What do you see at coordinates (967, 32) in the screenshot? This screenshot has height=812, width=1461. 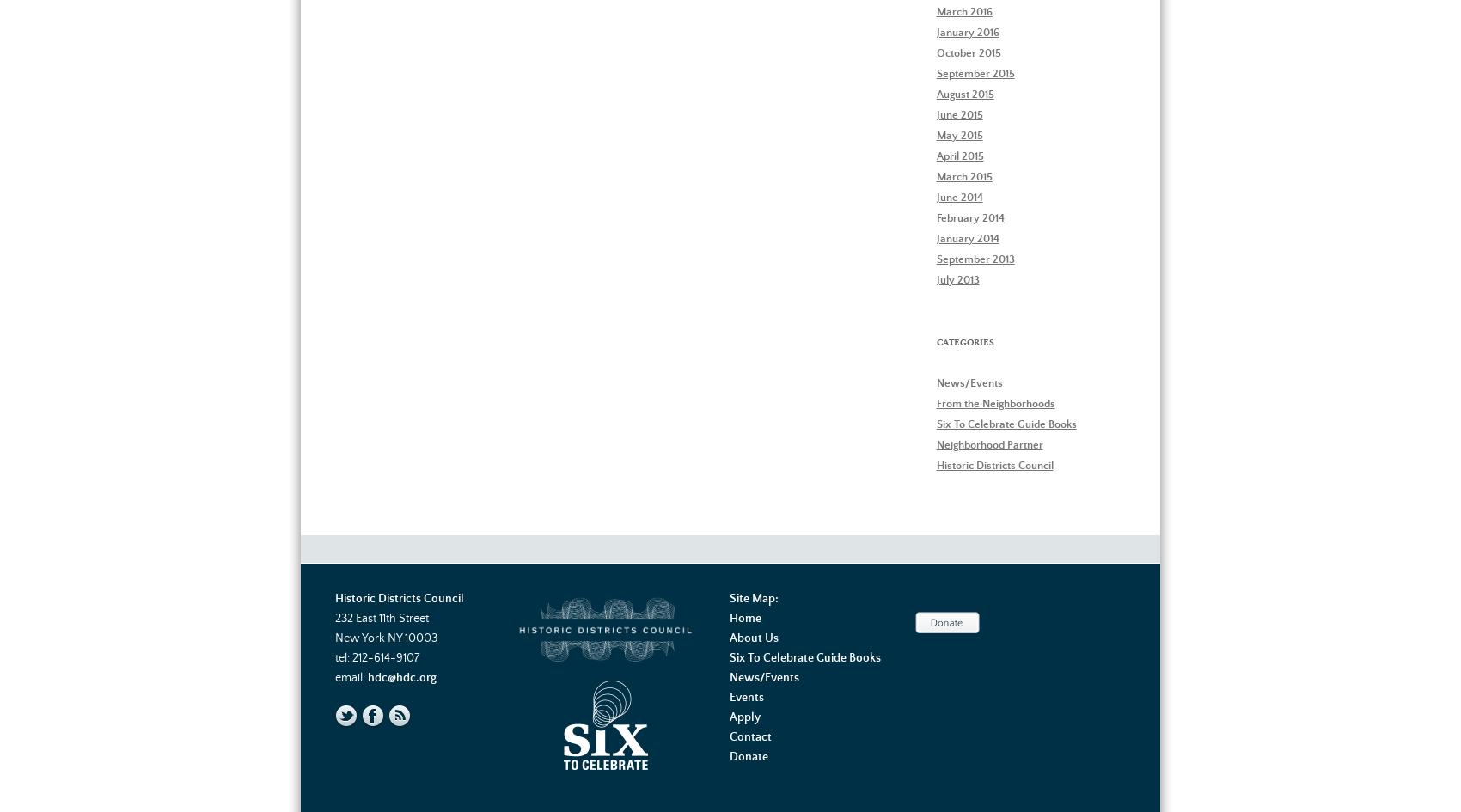 I see `'January 2016'` at bounding box center [967, 32].